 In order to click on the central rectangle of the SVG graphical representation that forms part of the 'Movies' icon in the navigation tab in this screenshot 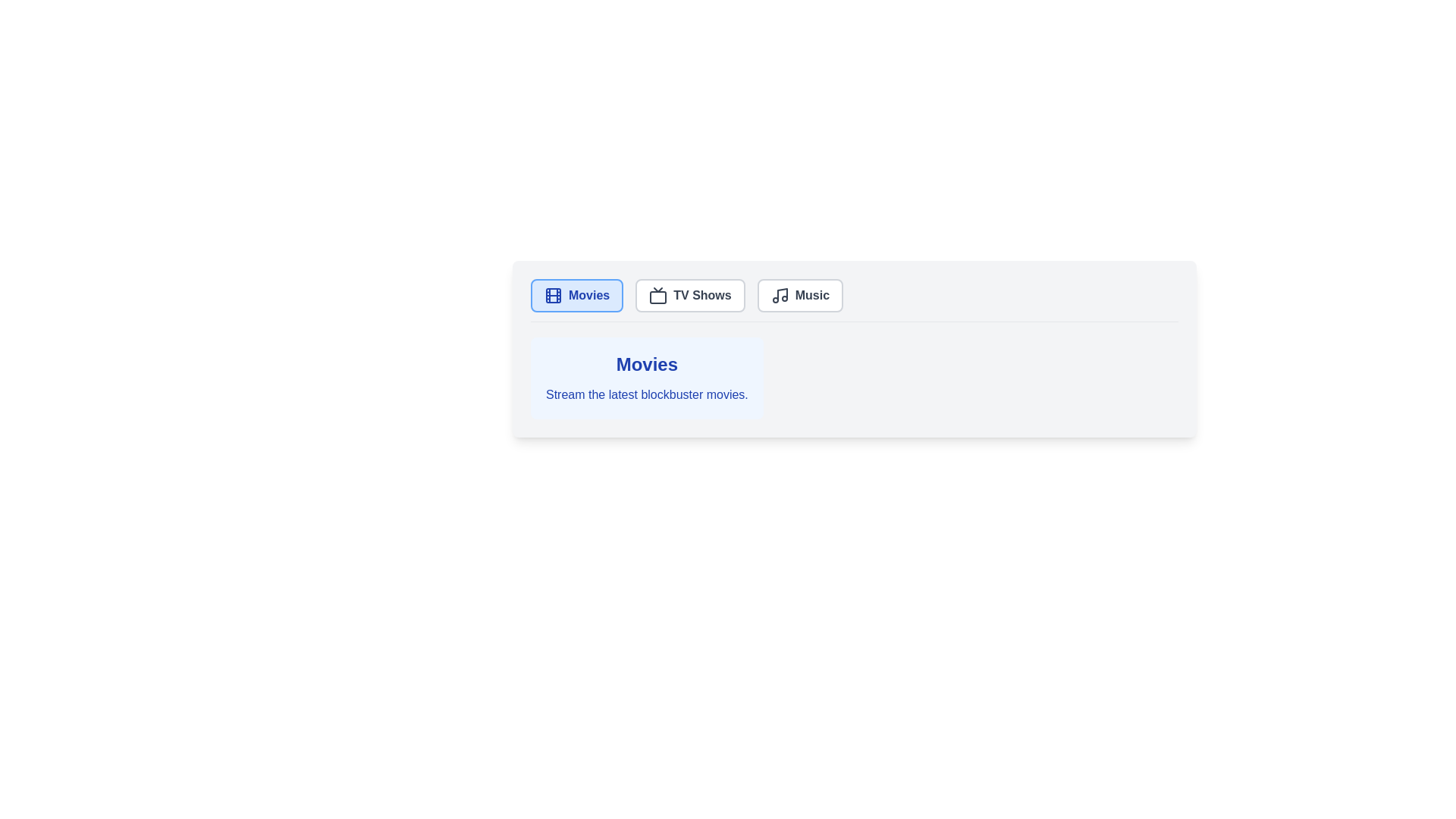, I will do `click(552, 295)`.